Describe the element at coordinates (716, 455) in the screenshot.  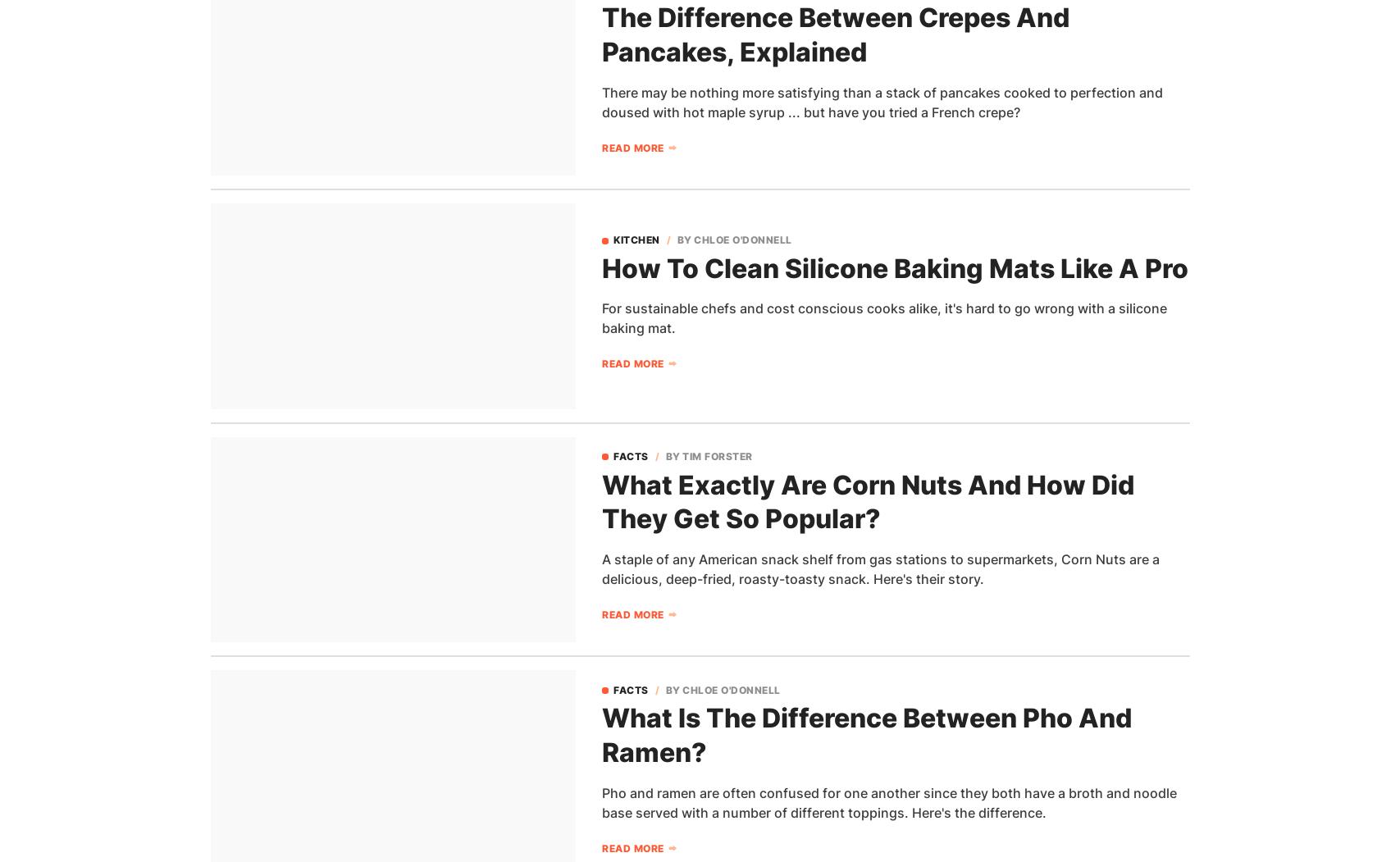
I see `'Tim Forster'` at that location.